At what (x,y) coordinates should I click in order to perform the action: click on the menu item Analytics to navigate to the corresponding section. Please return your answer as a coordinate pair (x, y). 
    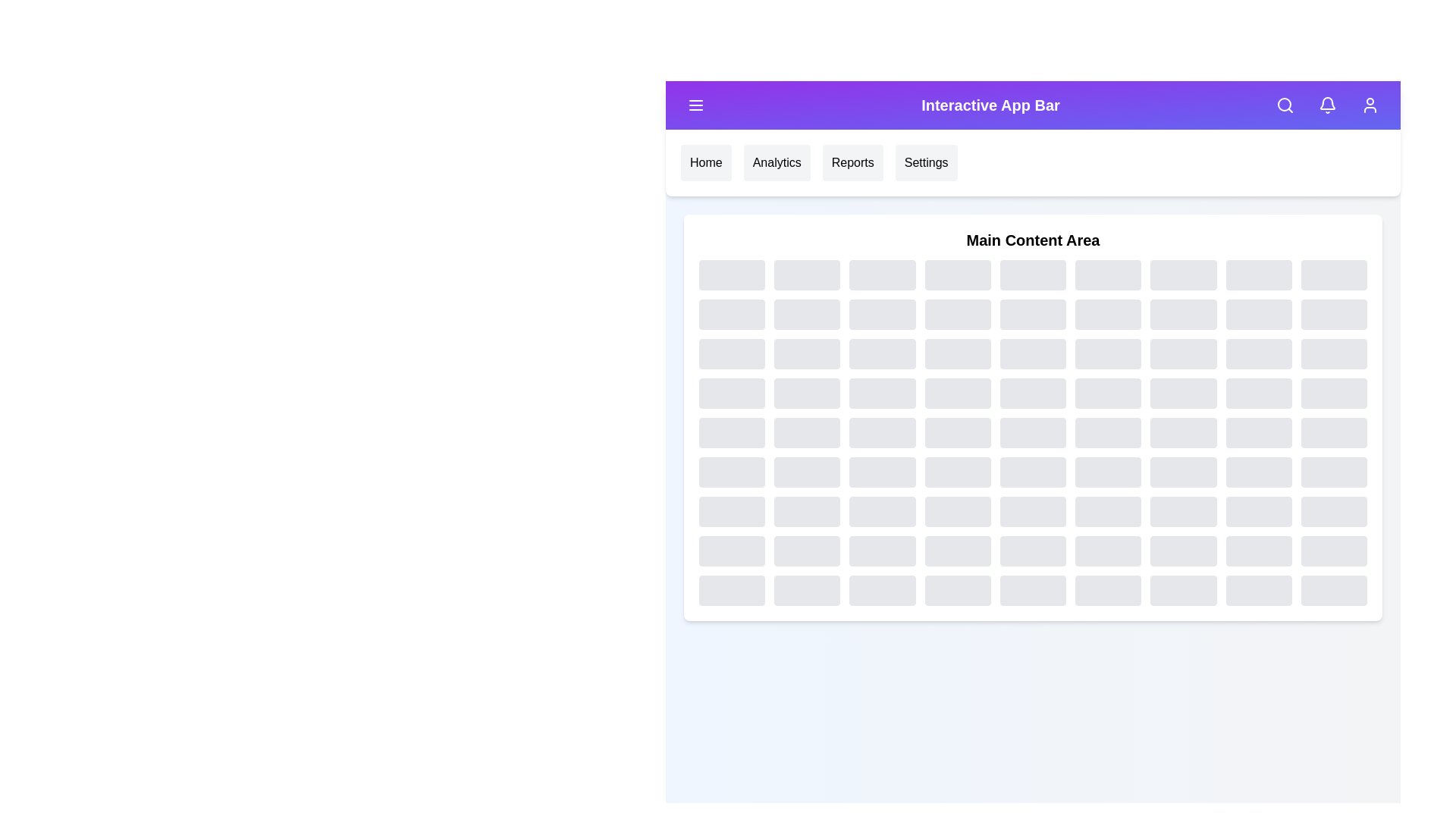
    Looking at the image, I should click on (777, 163).